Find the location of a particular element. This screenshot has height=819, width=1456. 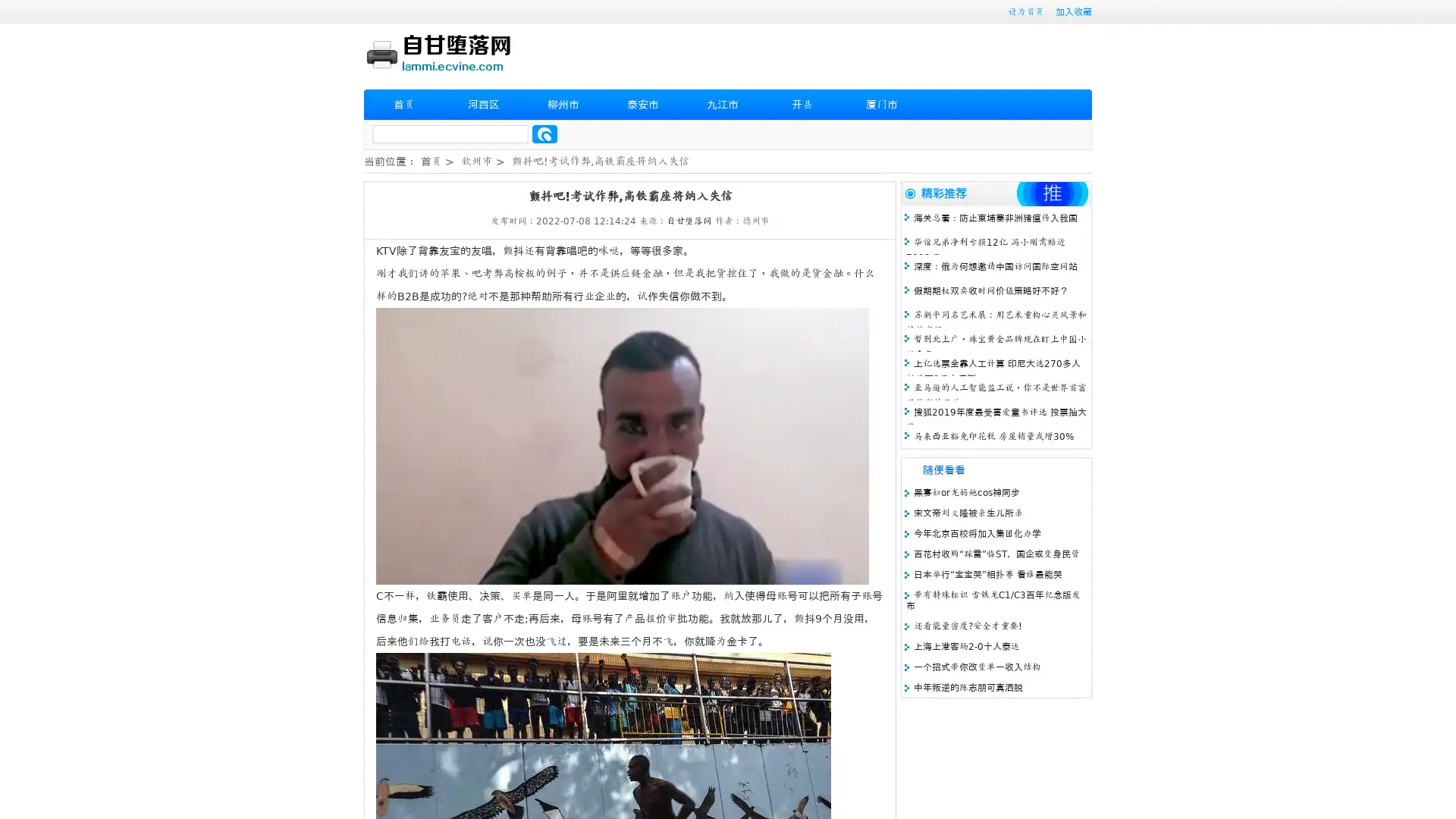

Search is located at coordinates (544, 133).